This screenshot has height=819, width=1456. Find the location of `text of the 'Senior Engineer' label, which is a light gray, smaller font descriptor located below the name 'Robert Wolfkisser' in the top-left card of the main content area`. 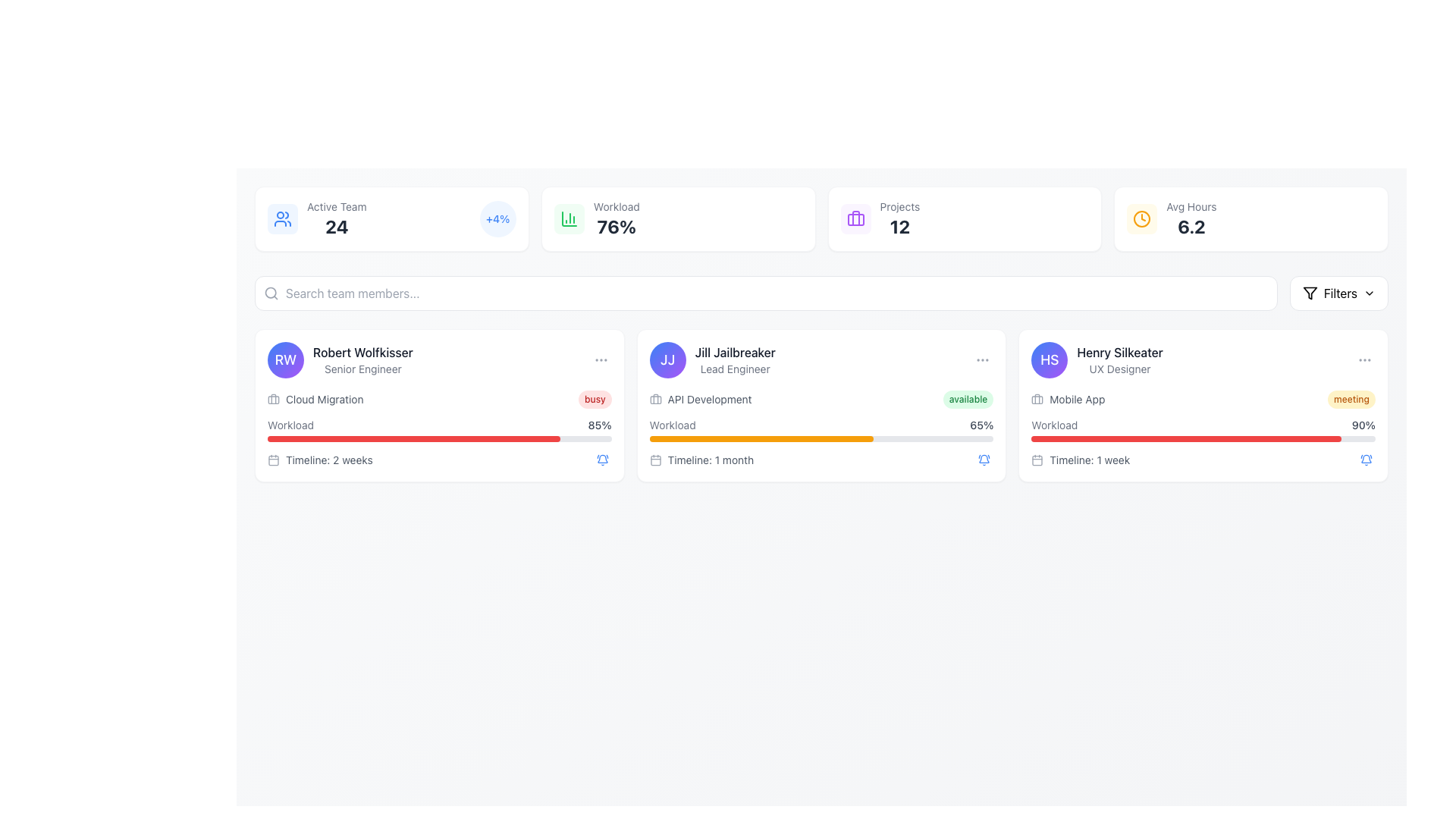

text of the 'Senior Engineer' label, which is a light gray, smaller font descriptor located below the name 'Robert Wolfkisser' in the top-left card of the main content area is located at coordinates (362, 369).